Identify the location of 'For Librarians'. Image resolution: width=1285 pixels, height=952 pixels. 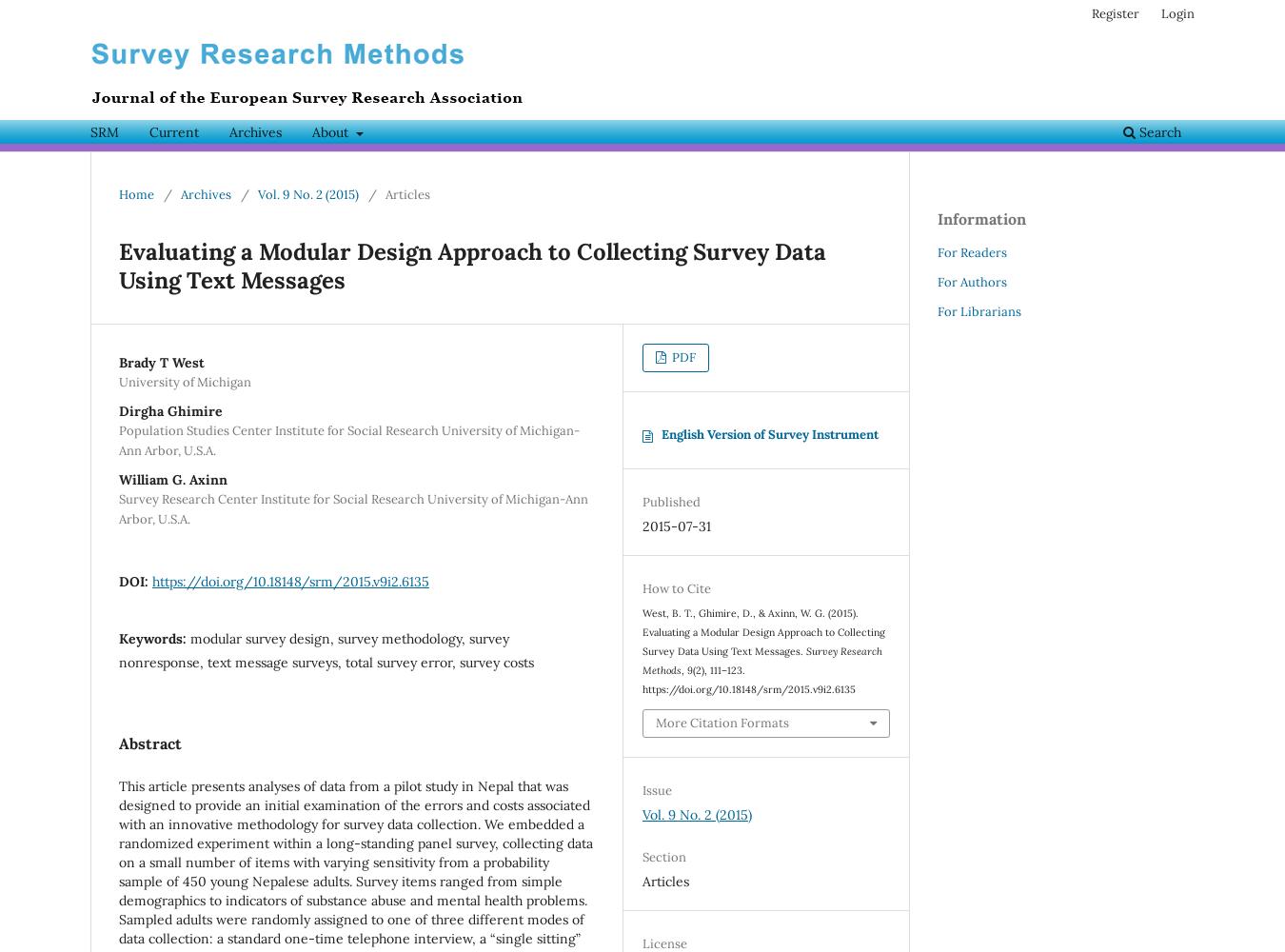
(979, 310).